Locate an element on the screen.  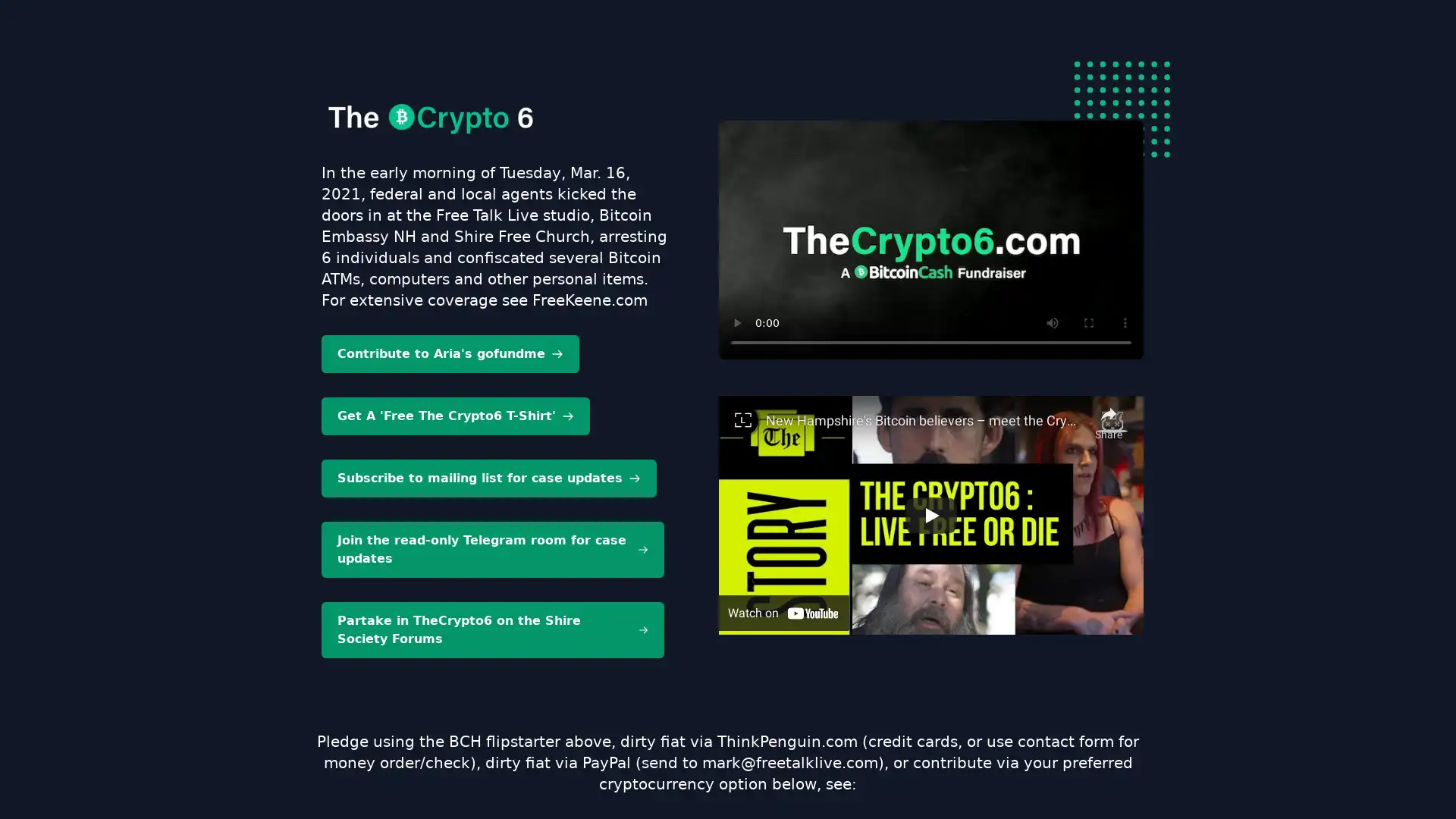
enter full screen is located at coordinates (1087, 322).